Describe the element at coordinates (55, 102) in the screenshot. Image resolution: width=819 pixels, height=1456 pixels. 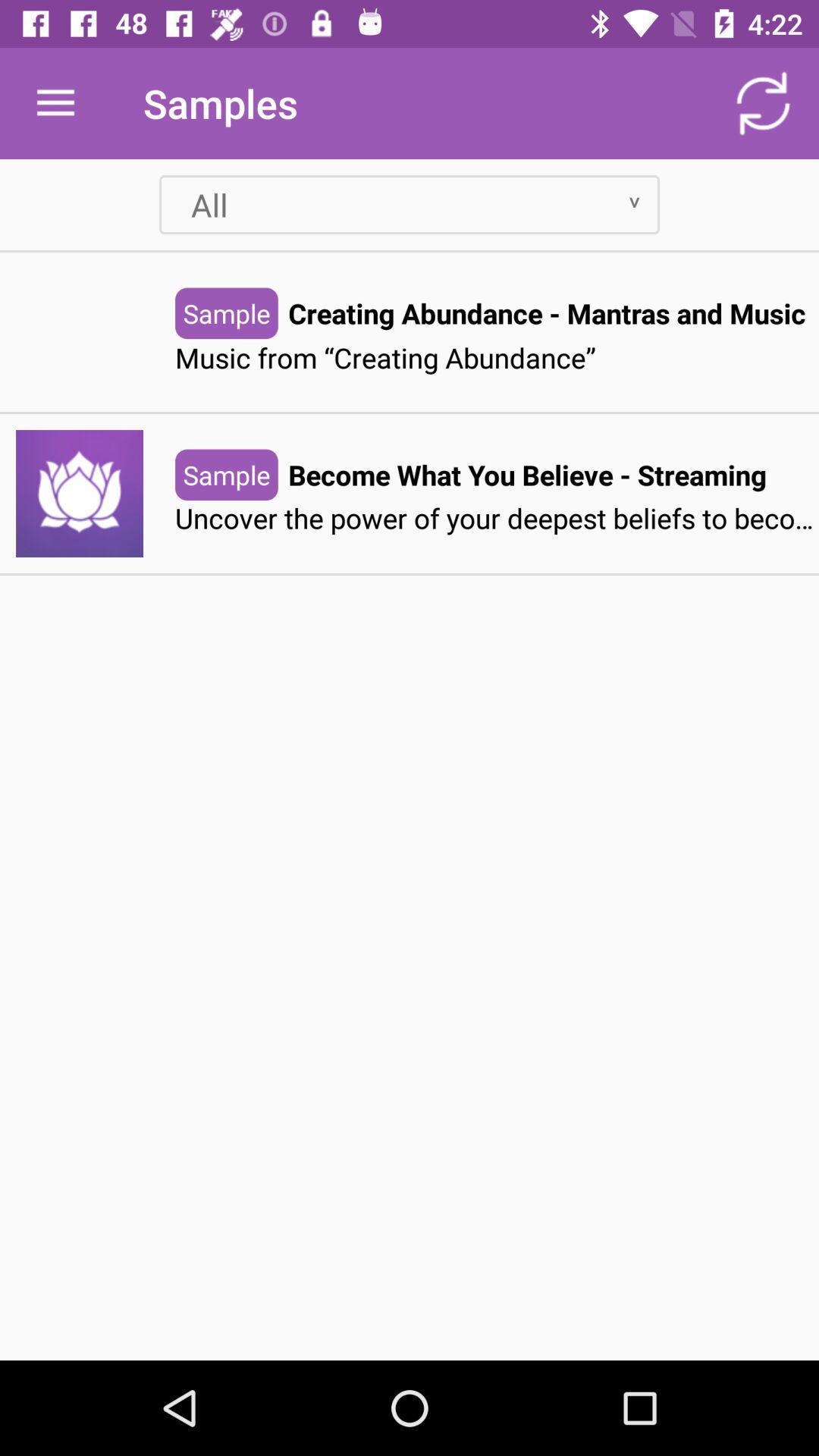
I see `the item to the left of the samples icon` at that location.